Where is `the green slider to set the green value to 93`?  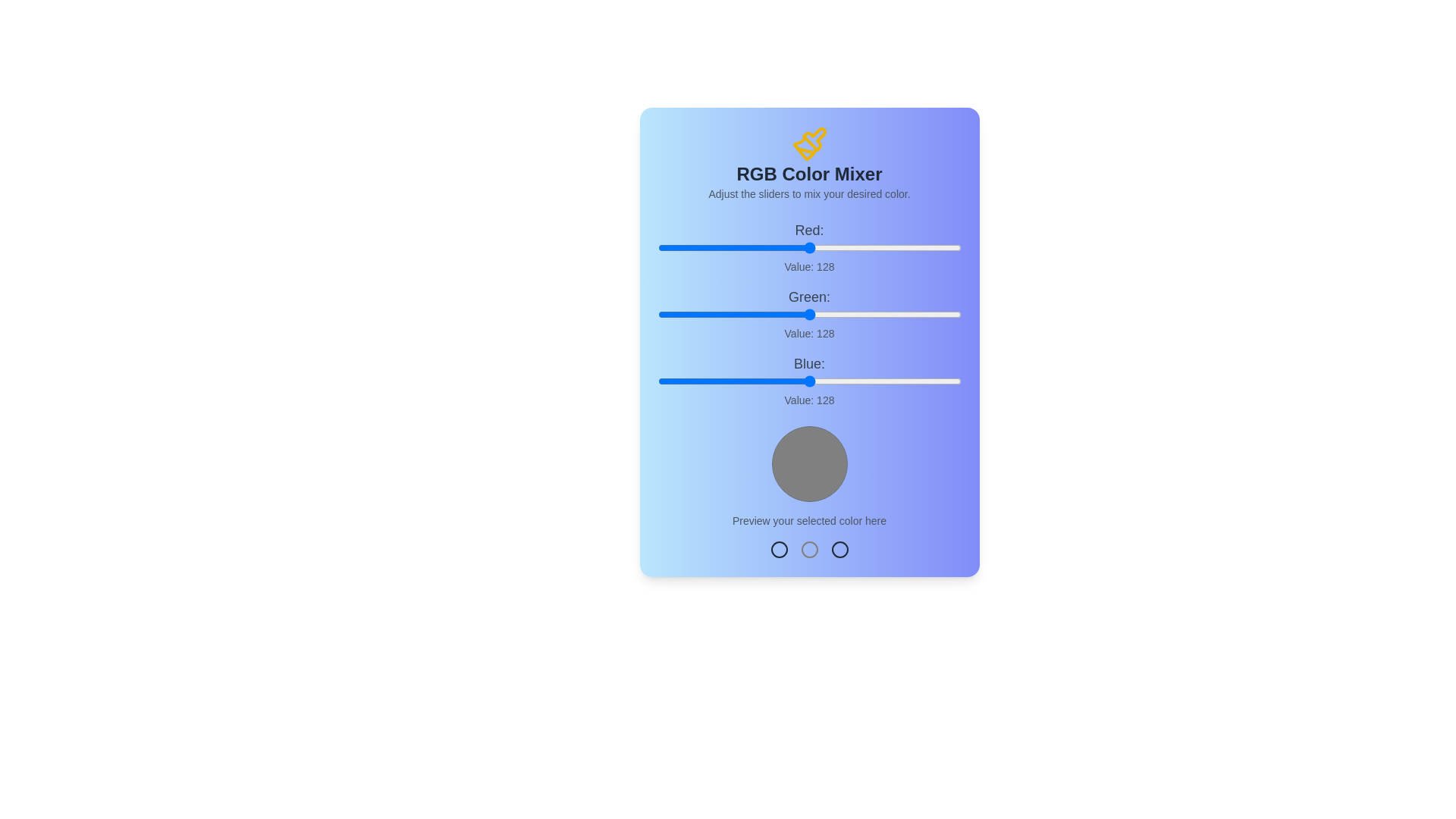 the green slider to set the green value to 93 is located at coordinates (768, 314).